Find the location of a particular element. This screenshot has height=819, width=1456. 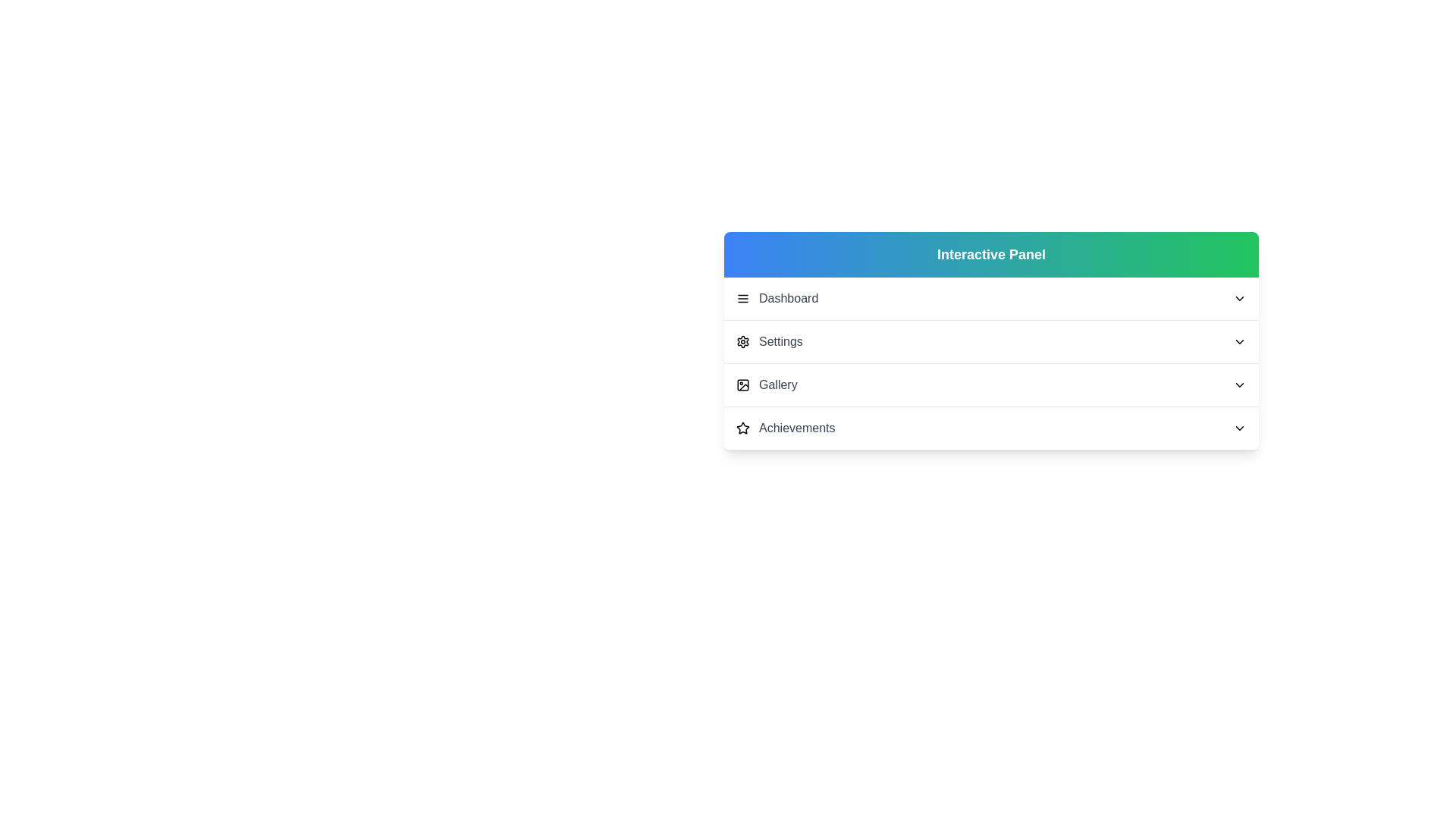

the 'Achievements' list item in the navigation menu, which is the fourth item in the vertical list located under the Interactive Panel is located at coordinates (786, 428).